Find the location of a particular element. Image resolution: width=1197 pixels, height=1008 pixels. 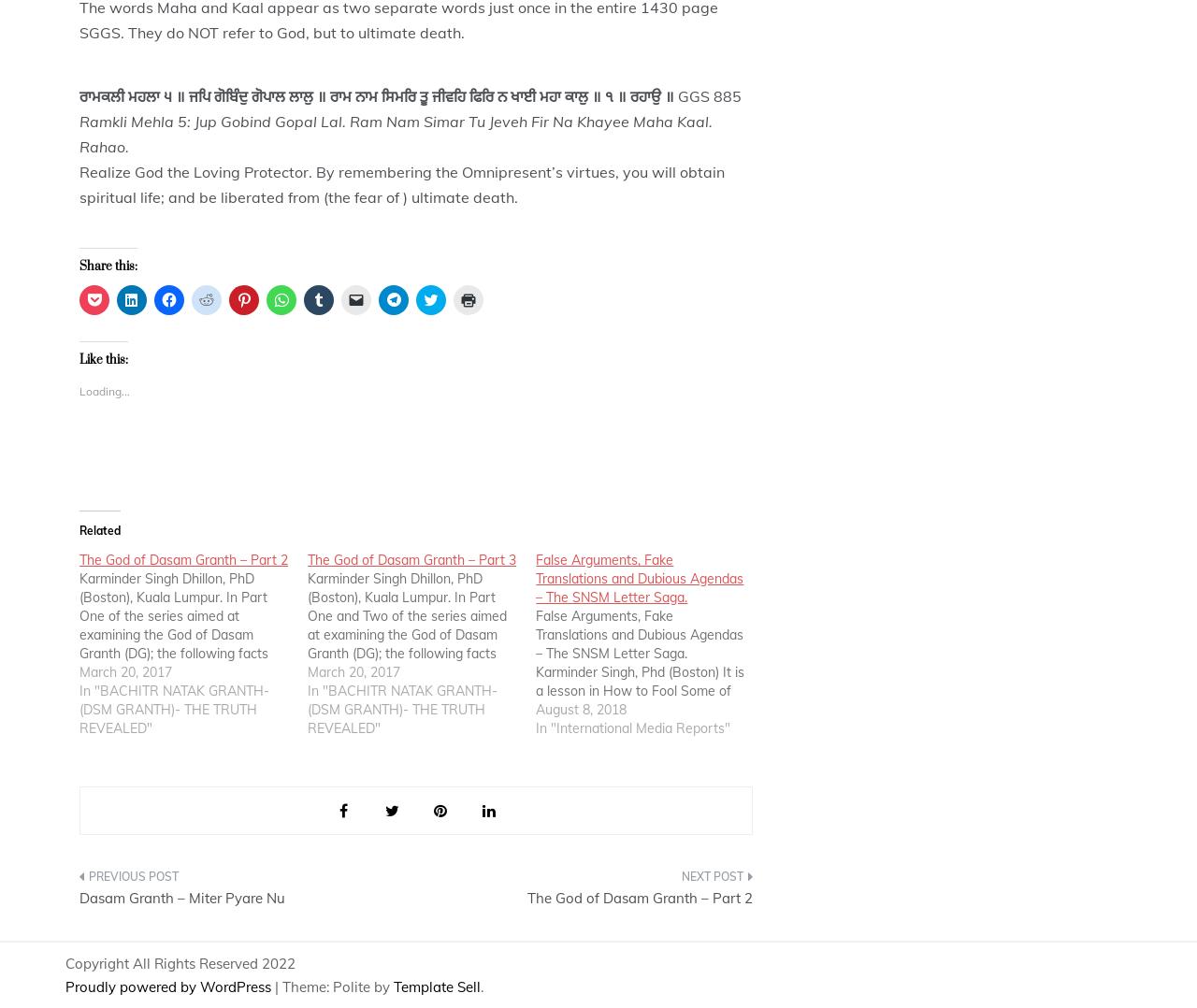

'Loading...' is located at coordinates (104, 390).